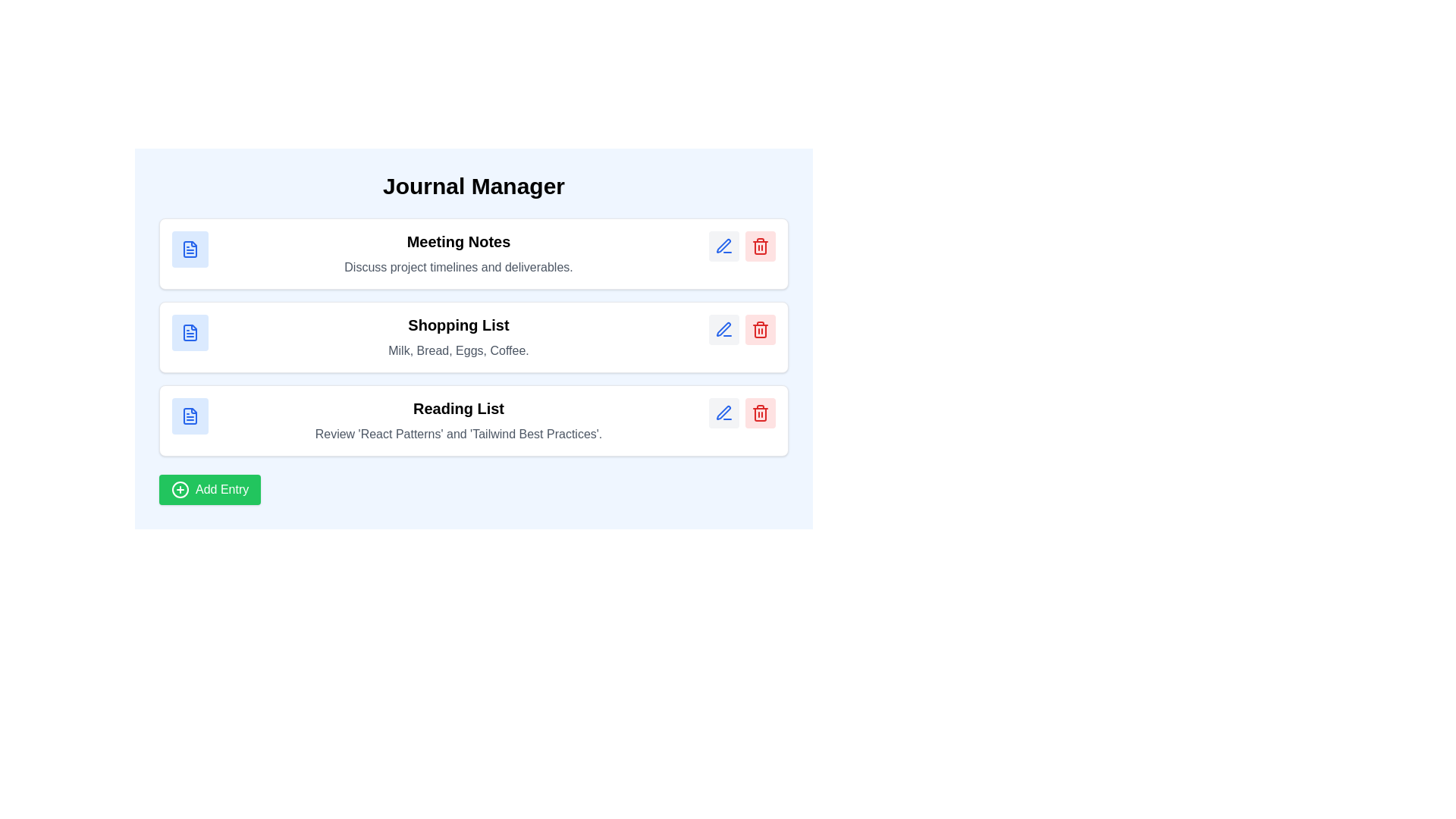  Describe the element at coordinates (457, 408) in the screenshot. I see `the Label or Text Header located in the third list item under the 'Journal Manager' section, which serves as a title for the entry` at that location.